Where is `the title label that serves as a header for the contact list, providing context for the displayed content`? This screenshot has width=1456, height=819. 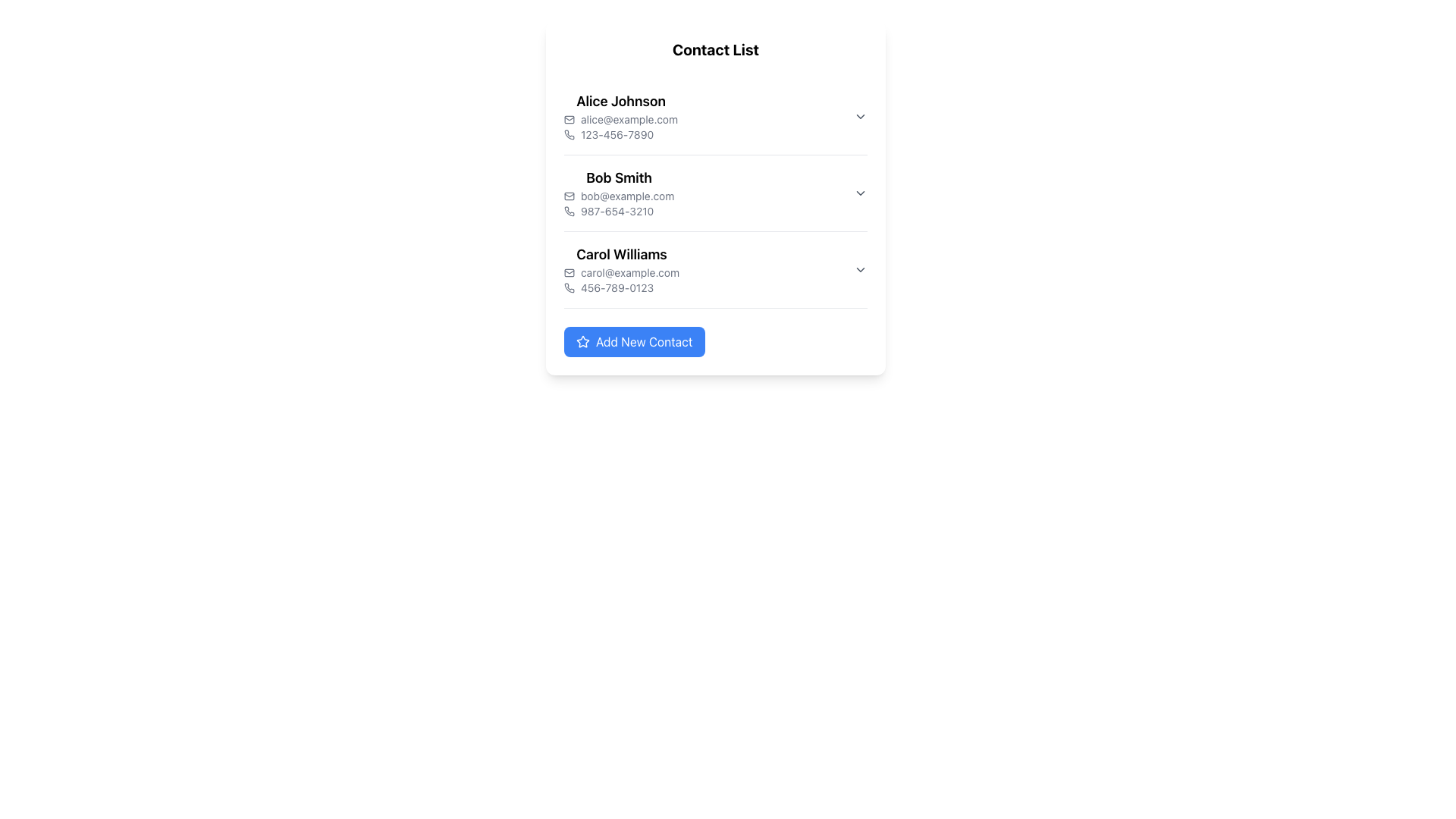
the title label that serves as a header for the contact list, providing context for the displayed content is located at coordinates (715, 49).